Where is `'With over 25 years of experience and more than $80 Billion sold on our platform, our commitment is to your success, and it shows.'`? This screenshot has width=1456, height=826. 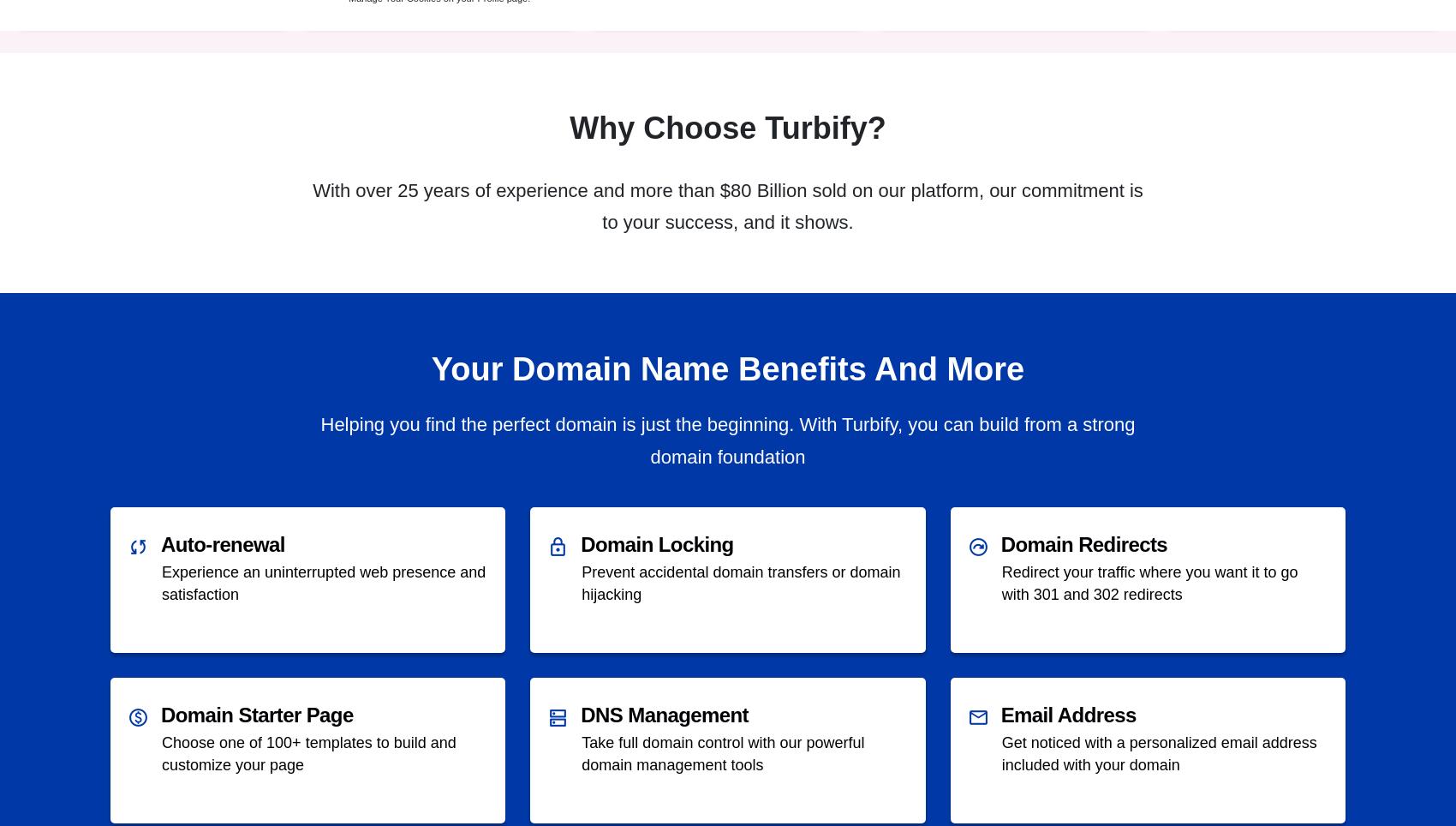 'With over 25 years of experience and more than $80 Billion sold on our platform, our commitment is to your success, and it shows.' is located at coordinates (311, 206).